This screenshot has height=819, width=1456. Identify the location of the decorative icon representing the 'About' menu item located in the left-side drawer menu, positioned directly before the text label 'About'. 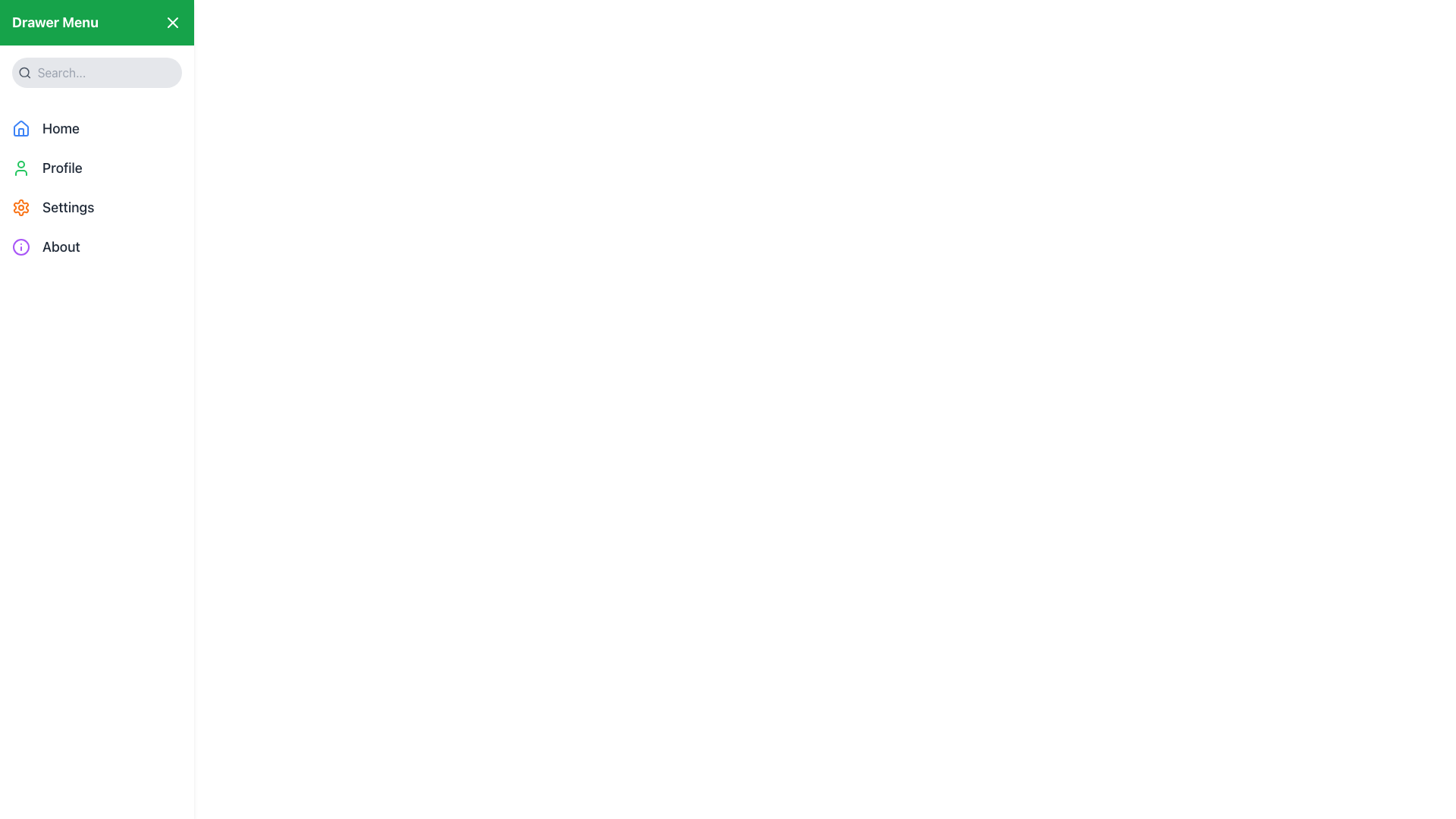
(21, 246).